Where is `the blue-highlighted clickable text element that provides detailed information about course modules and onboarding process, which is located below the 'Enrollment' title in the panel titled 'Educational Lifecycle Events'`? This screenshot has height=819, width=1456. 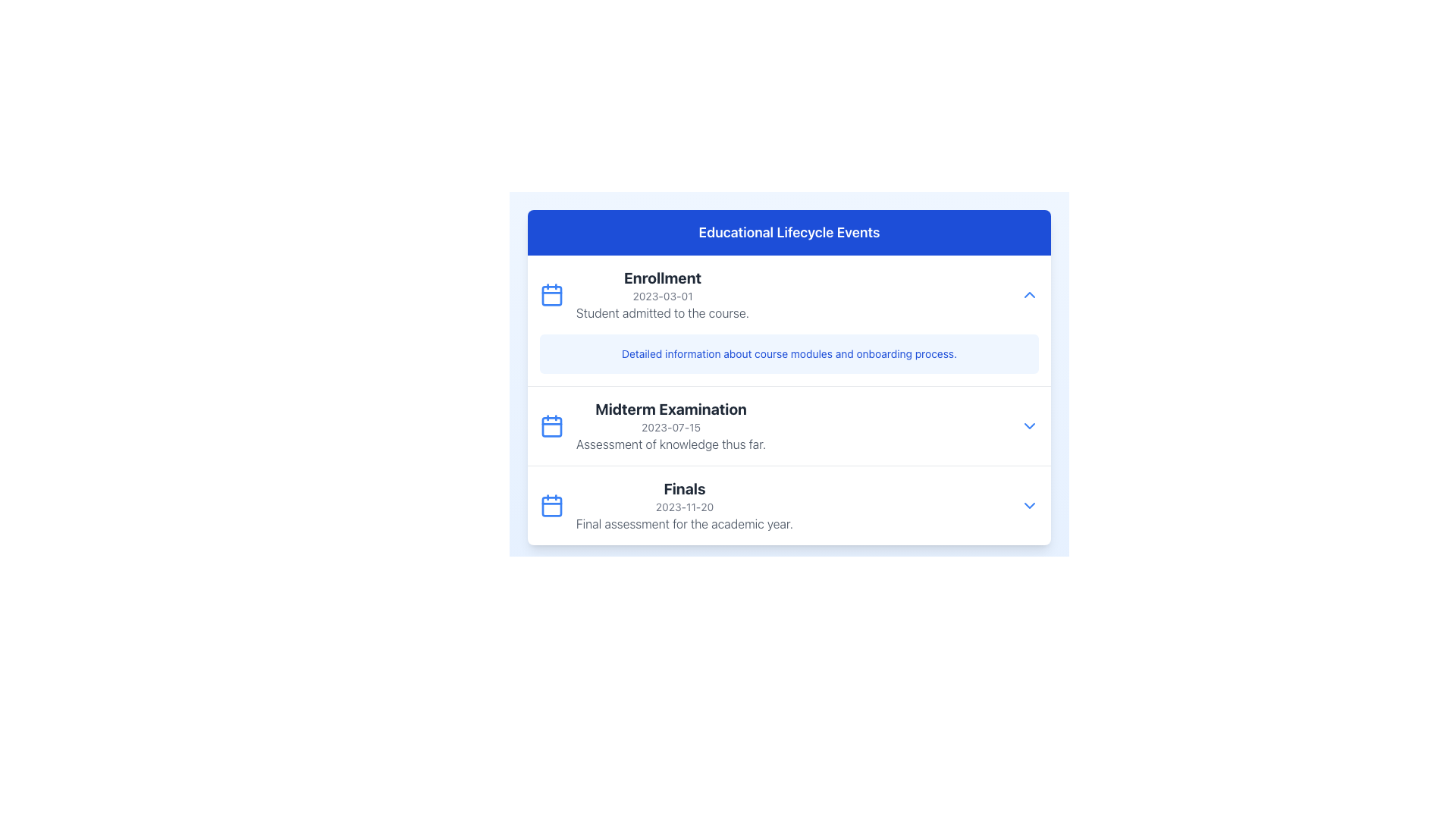 the blue-highlighted clickable text element that provides detailed information about course modules and onboarding process, which is located below the 'Enrollment' title in the panel titled 'Educational Lifecycle Events' is located at coordinates (789, 365).